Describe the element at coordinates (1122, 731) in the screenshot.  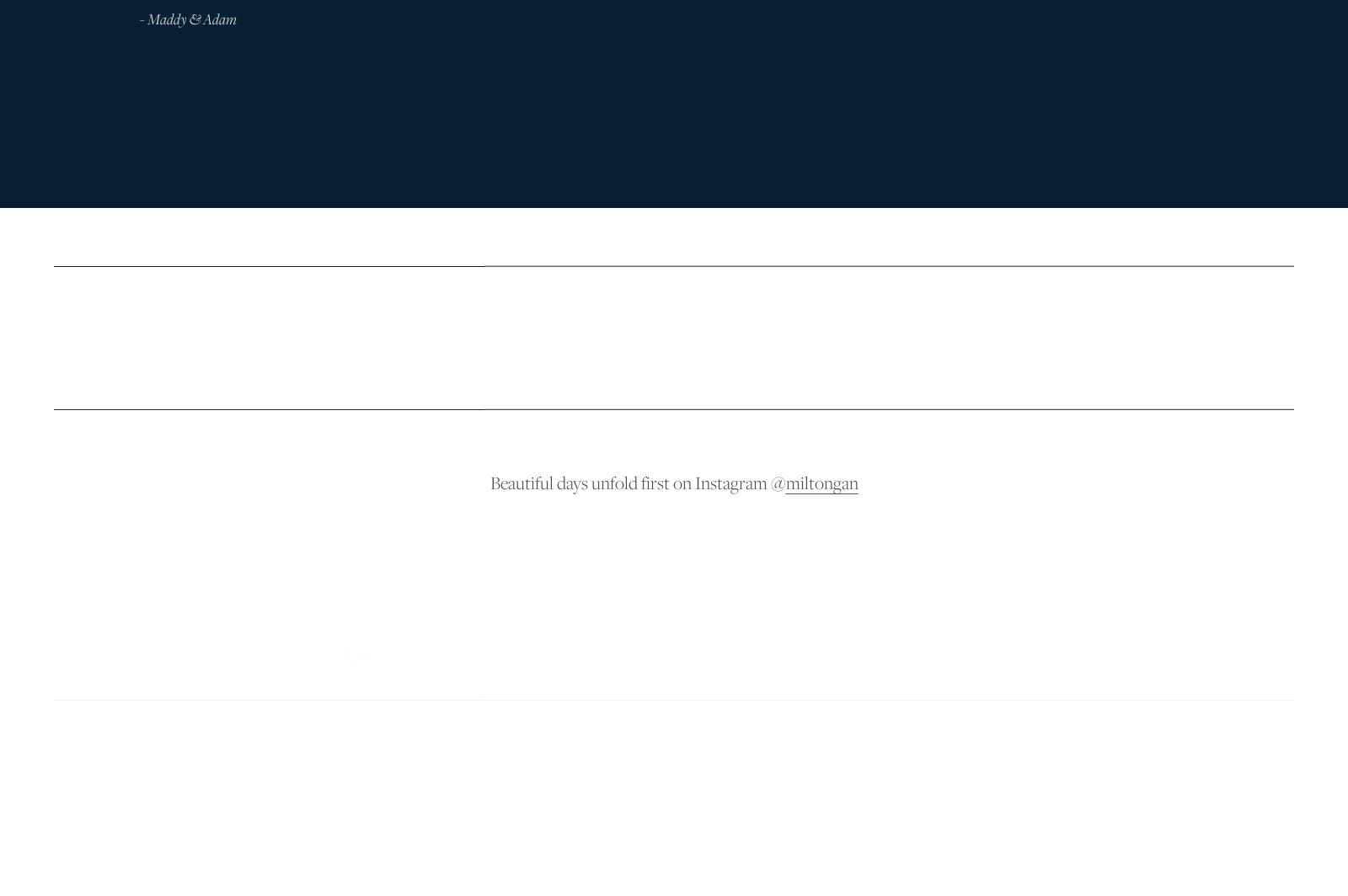
I see `'Contact'` at that location.